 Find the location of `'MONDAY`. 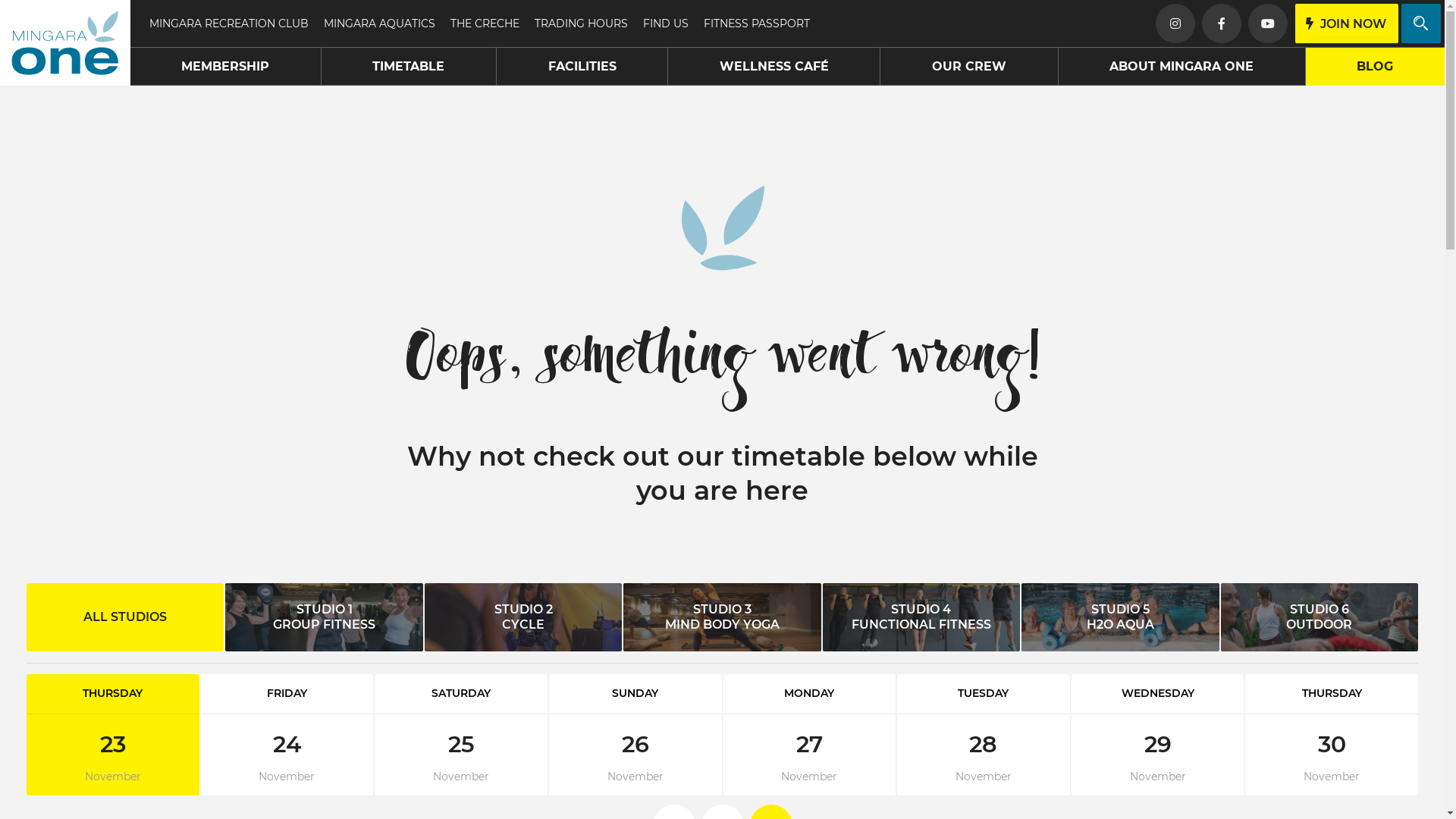

'MONDAY is located at coordinates (809, 733).